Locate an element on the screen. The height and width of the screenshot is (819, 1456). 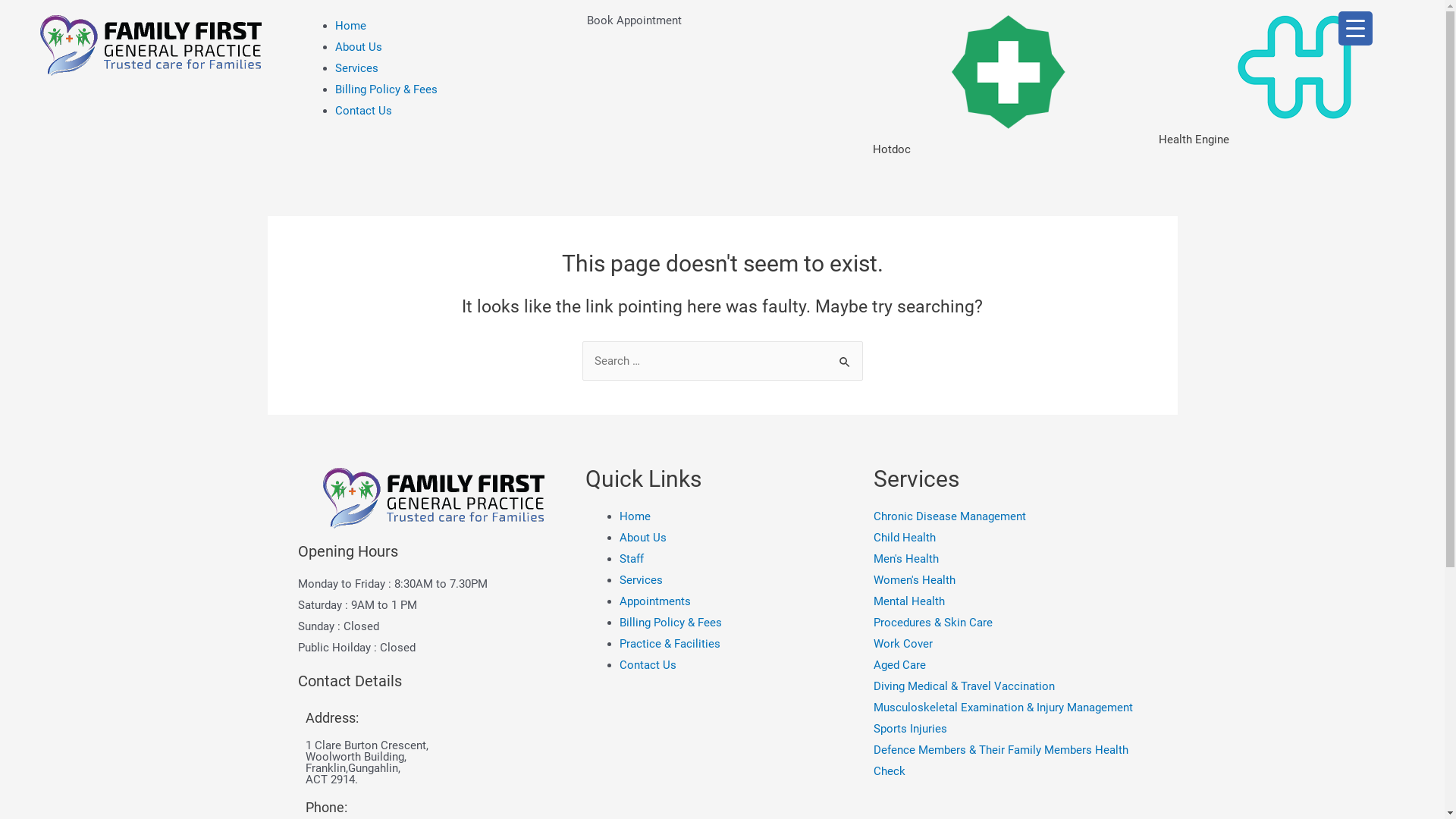
'Staff' is located at coordinates (619, 558).